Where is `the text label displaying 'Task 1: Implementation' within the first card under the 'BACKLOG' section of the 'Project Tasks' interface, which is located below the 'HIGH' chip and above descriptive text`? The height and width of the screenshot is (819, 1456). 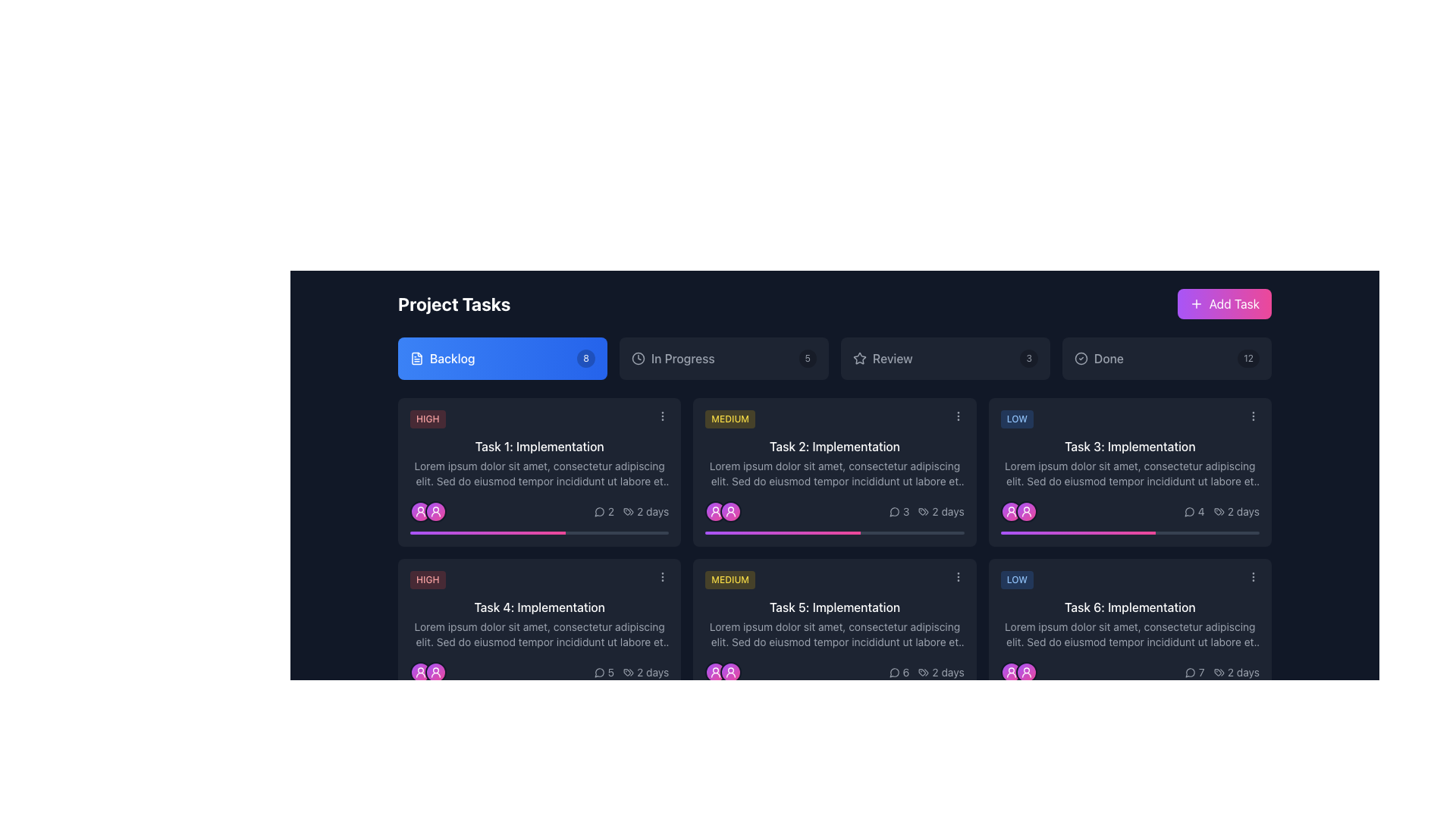
the text label displaying 'Task 1: Implementation' within the first card under the 'BACKLOG' section of the 'Project Tasks' interface, which is located below the 'HIGH' chip and above descriptive text is located at coordinates (539, 446).